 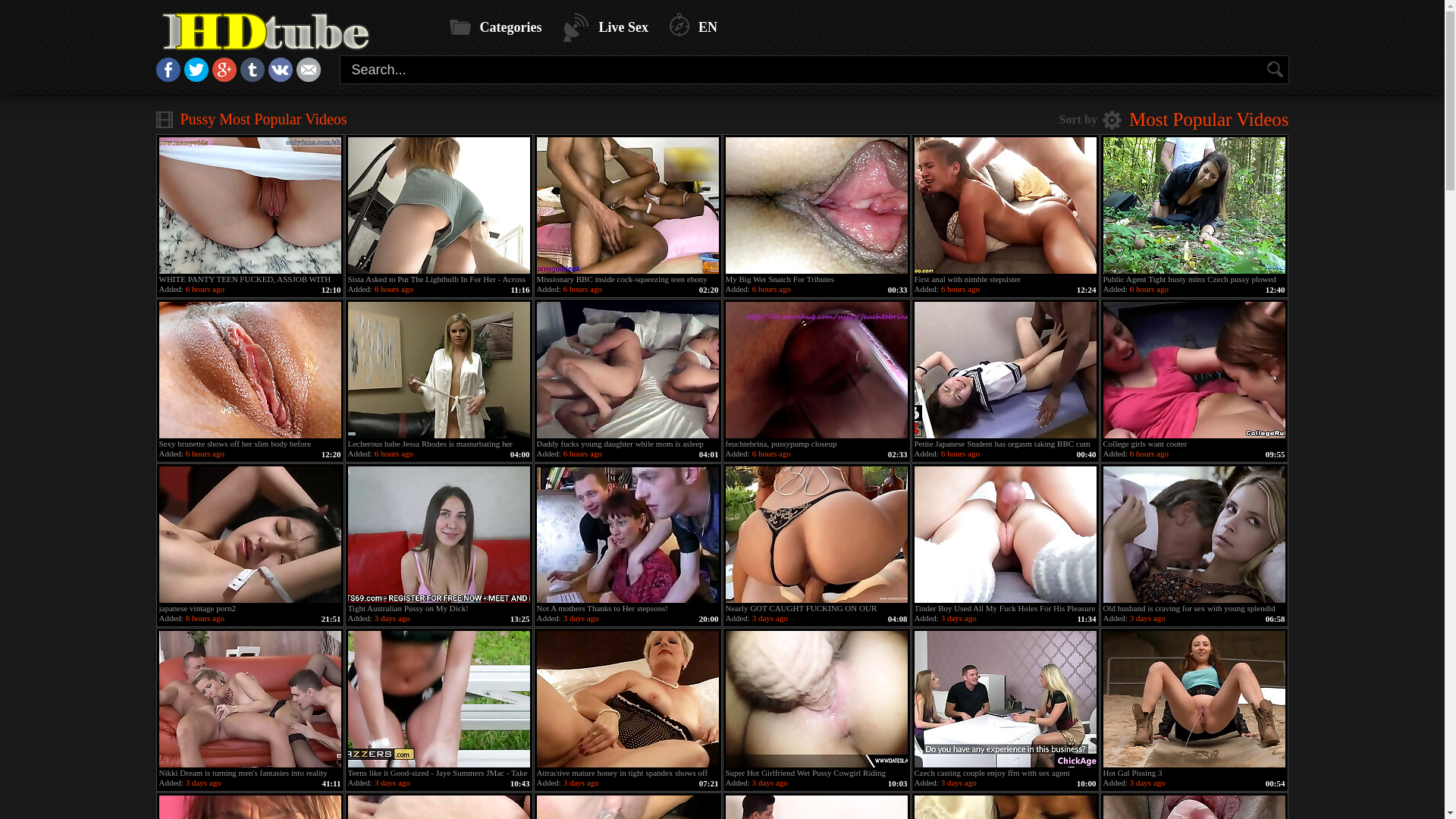 What do you see at coordinates (307, 77) in the screenshot?
I see `'Email'` at bounding box center [307, 77].